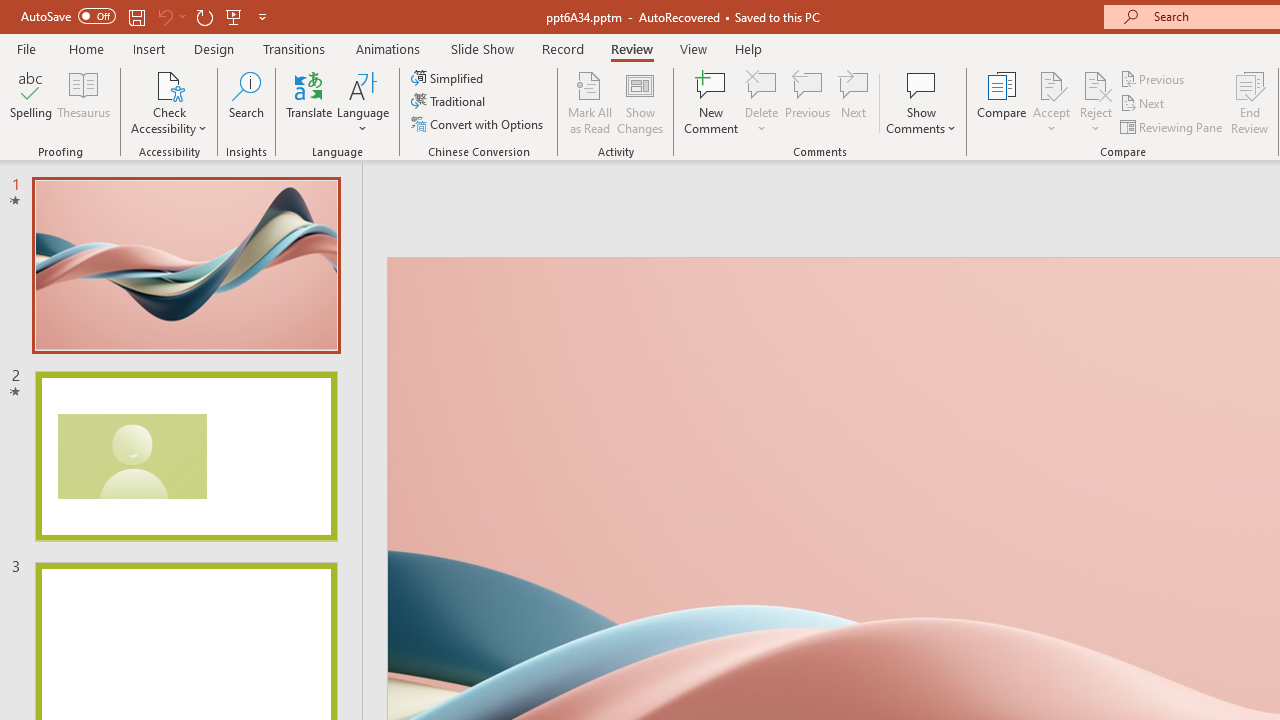 Image resolution: width=1280 pixels, height=720 pixels. What do you see at coordinates (1002, 103) in the screenshot?
I see `'Compare'` at bounding box center [1002, 103].